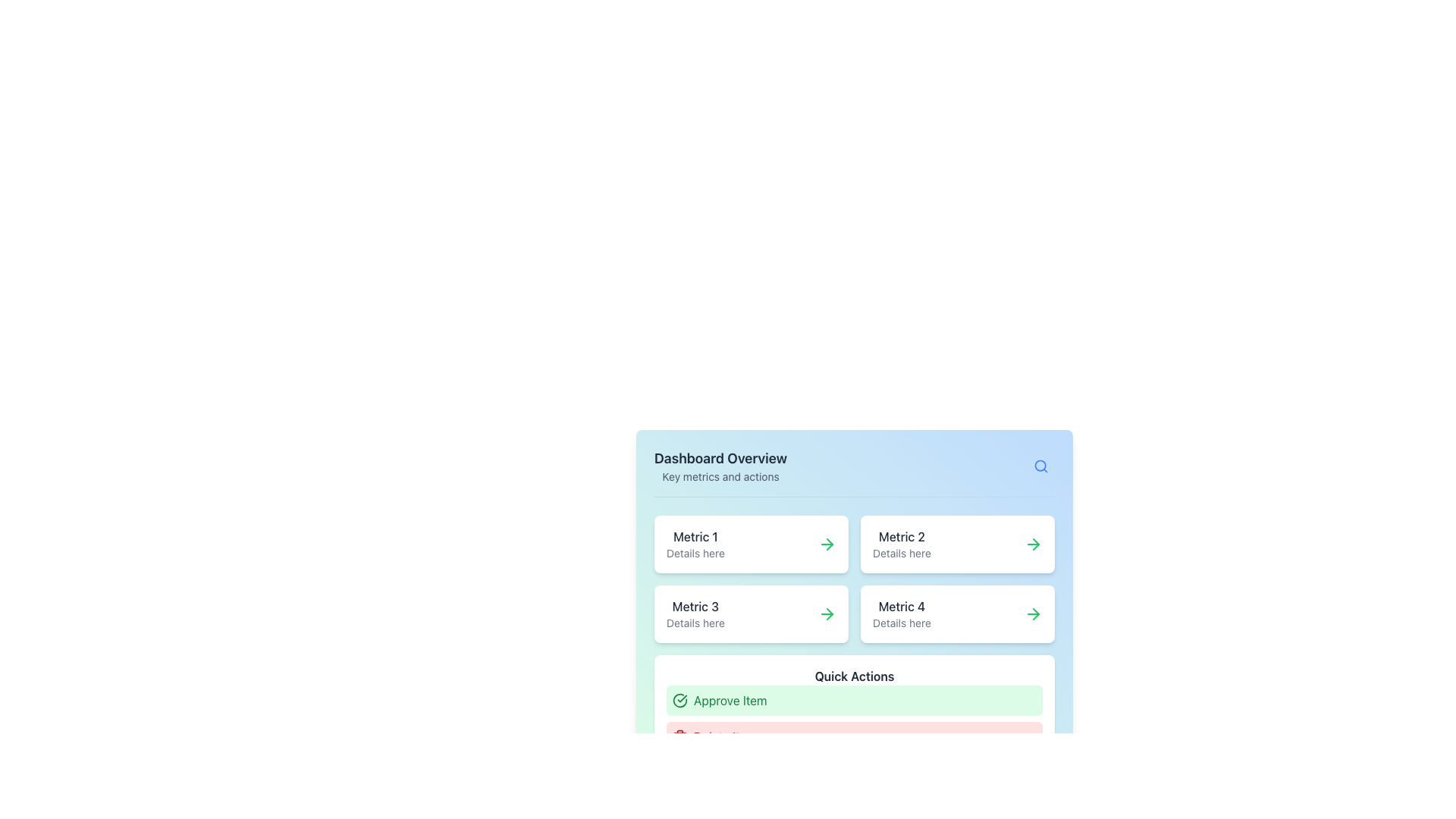  I want to click on the Text Label located in the top-right card under the title 'Dashboard Overview', which indicates the name or identifier for its corresponding data or functionality, so click(902, 536).